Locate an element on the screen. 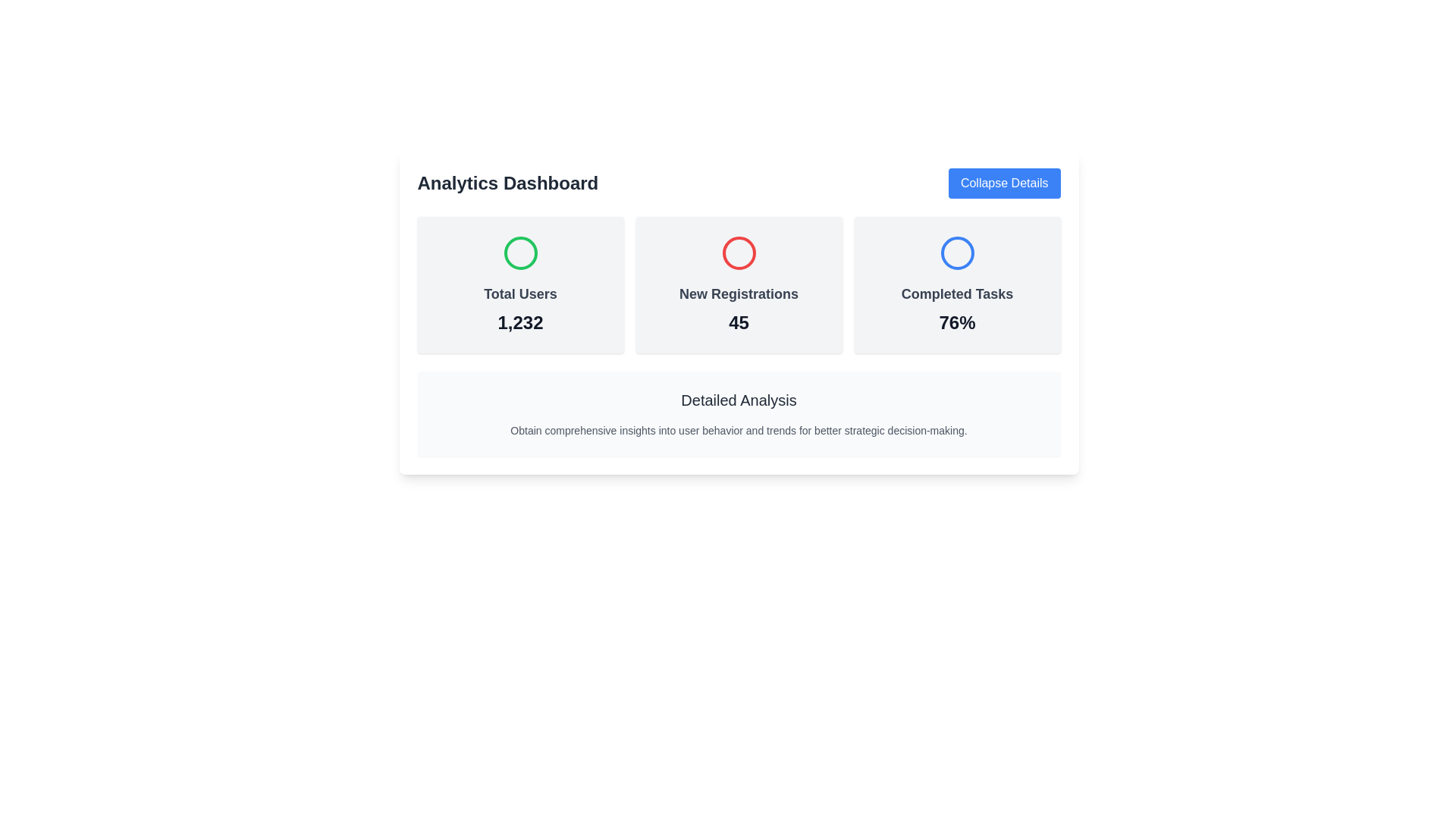  the content of the Informational card displaying 'Completed Tasks' with a blue circular icon at the top and '76%' in bold black at the bottom is located at coordinates (956, 284).